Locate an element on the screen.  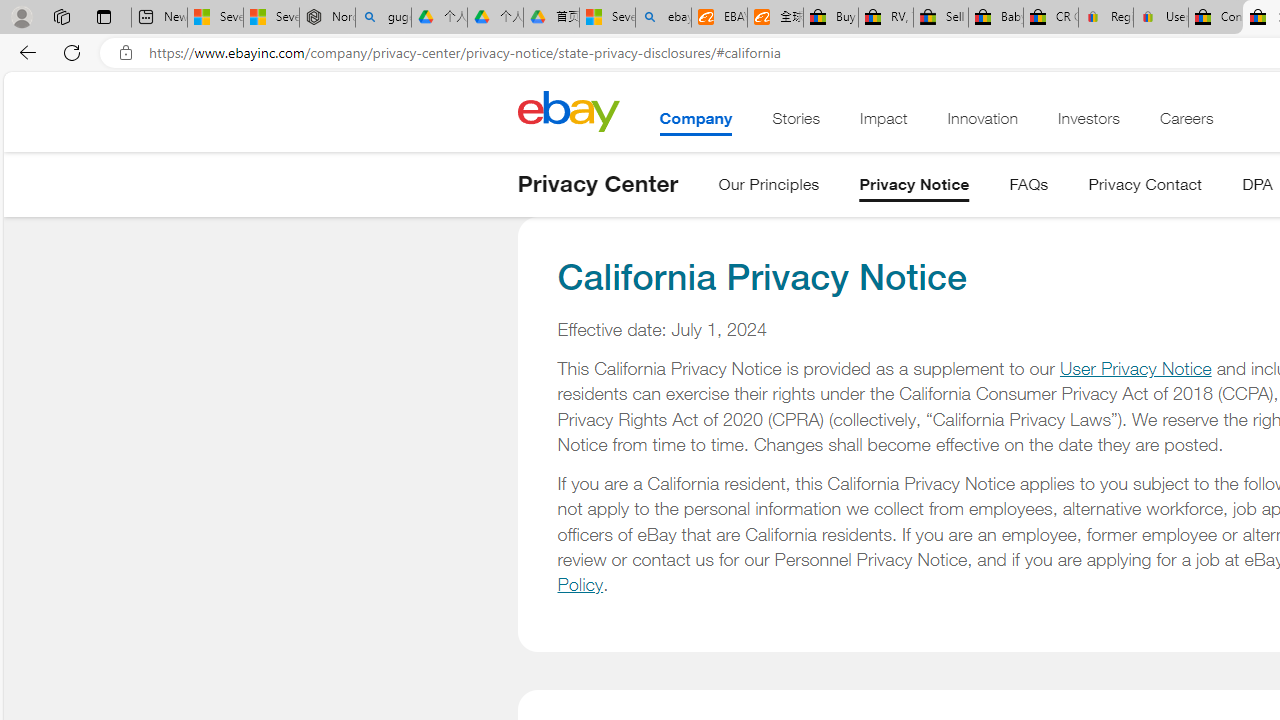
'DPA' is located at coordinates (1256, 188).